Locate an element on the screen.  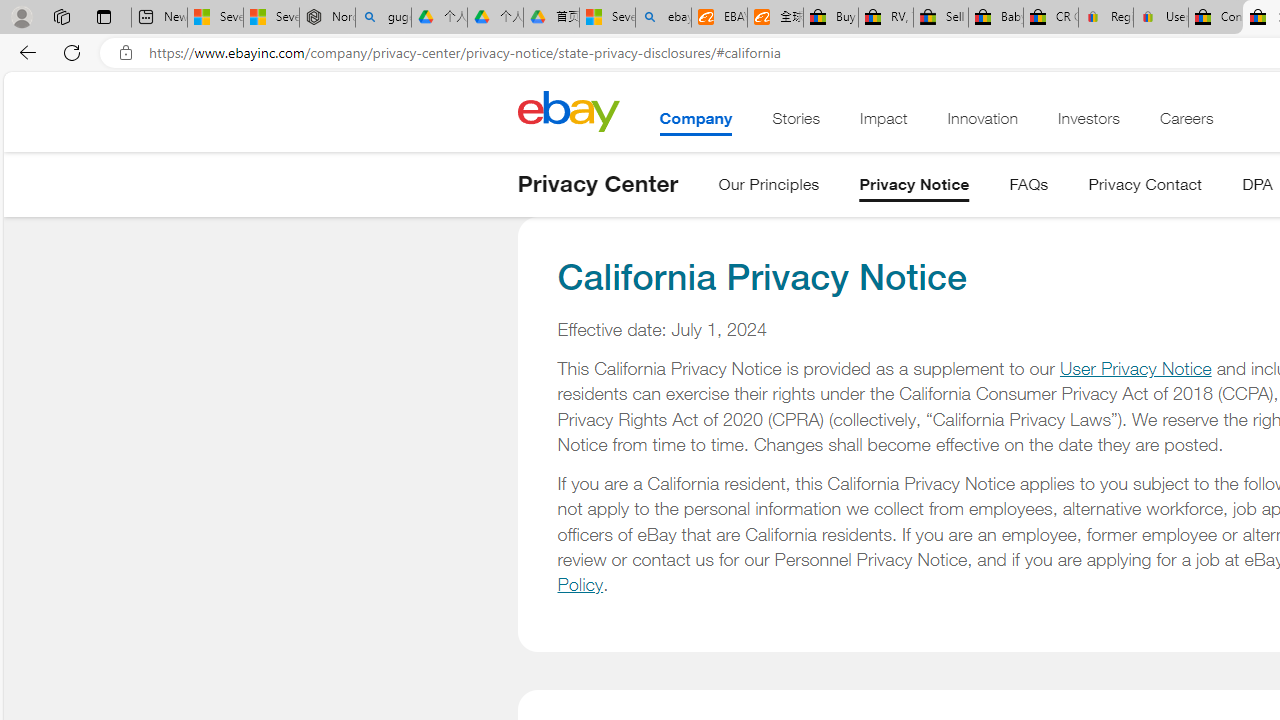
'DPA' is located at coordinates (1256, 188).